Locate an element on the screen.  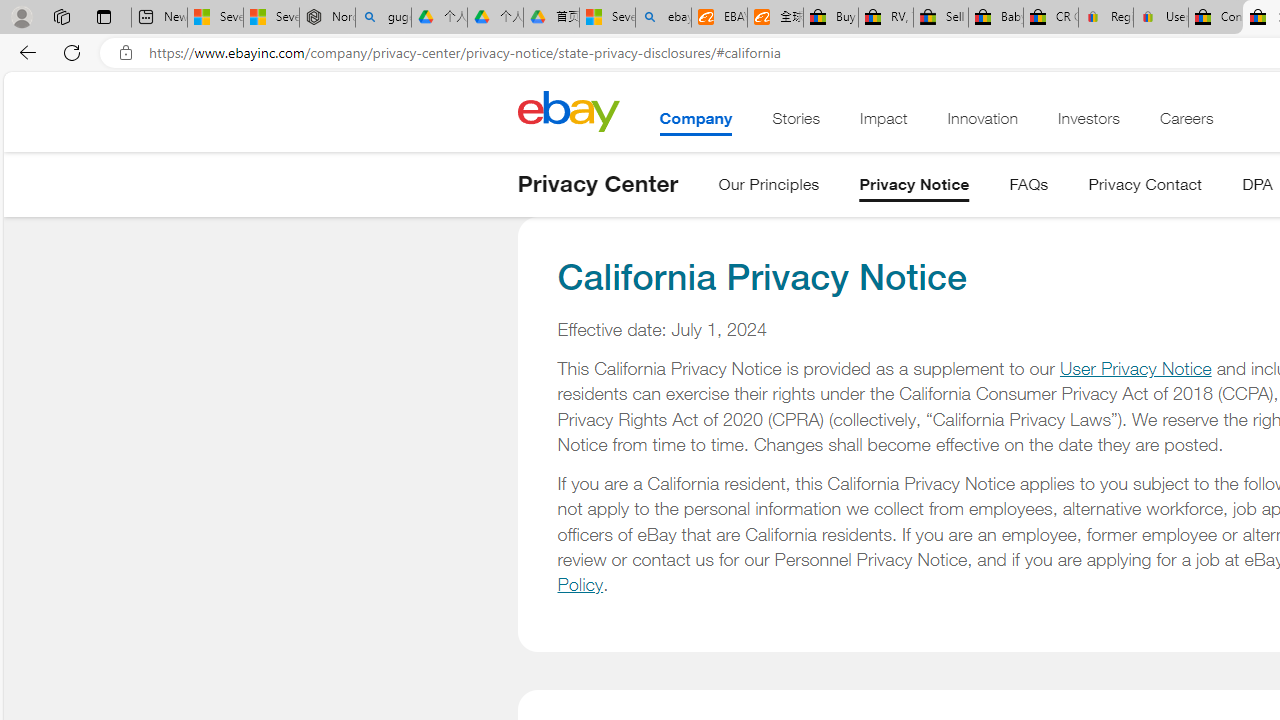
'DPA' is located at coordinates (1256, 188).